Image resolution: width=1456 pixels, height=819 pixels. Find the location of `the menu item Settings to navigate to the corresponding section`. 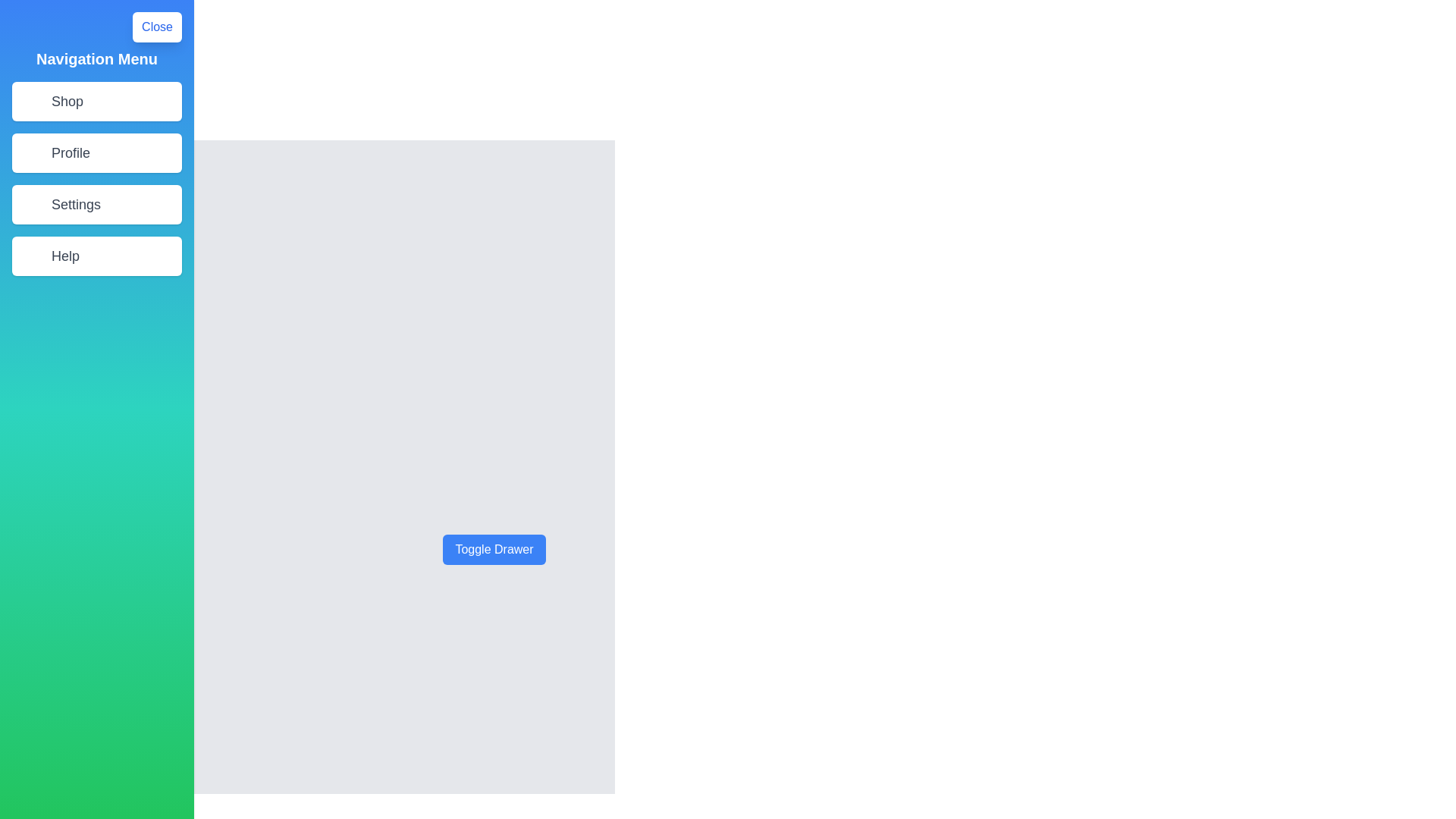

the menu item Settings to navigate to the corresponding section is located at coordinates (96, 205).